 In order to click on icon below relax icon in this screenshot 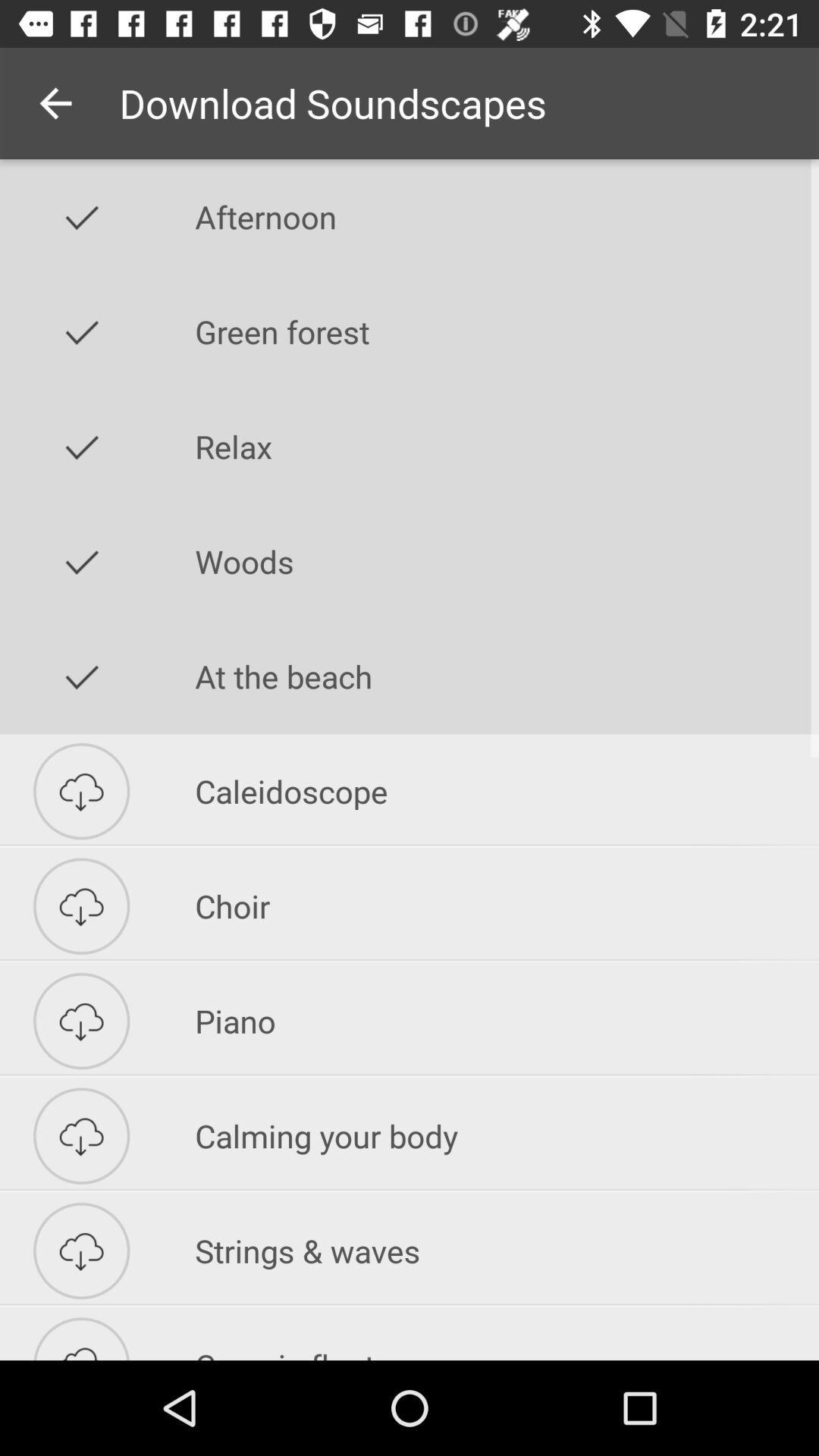, I will do `click(507, 560)`.